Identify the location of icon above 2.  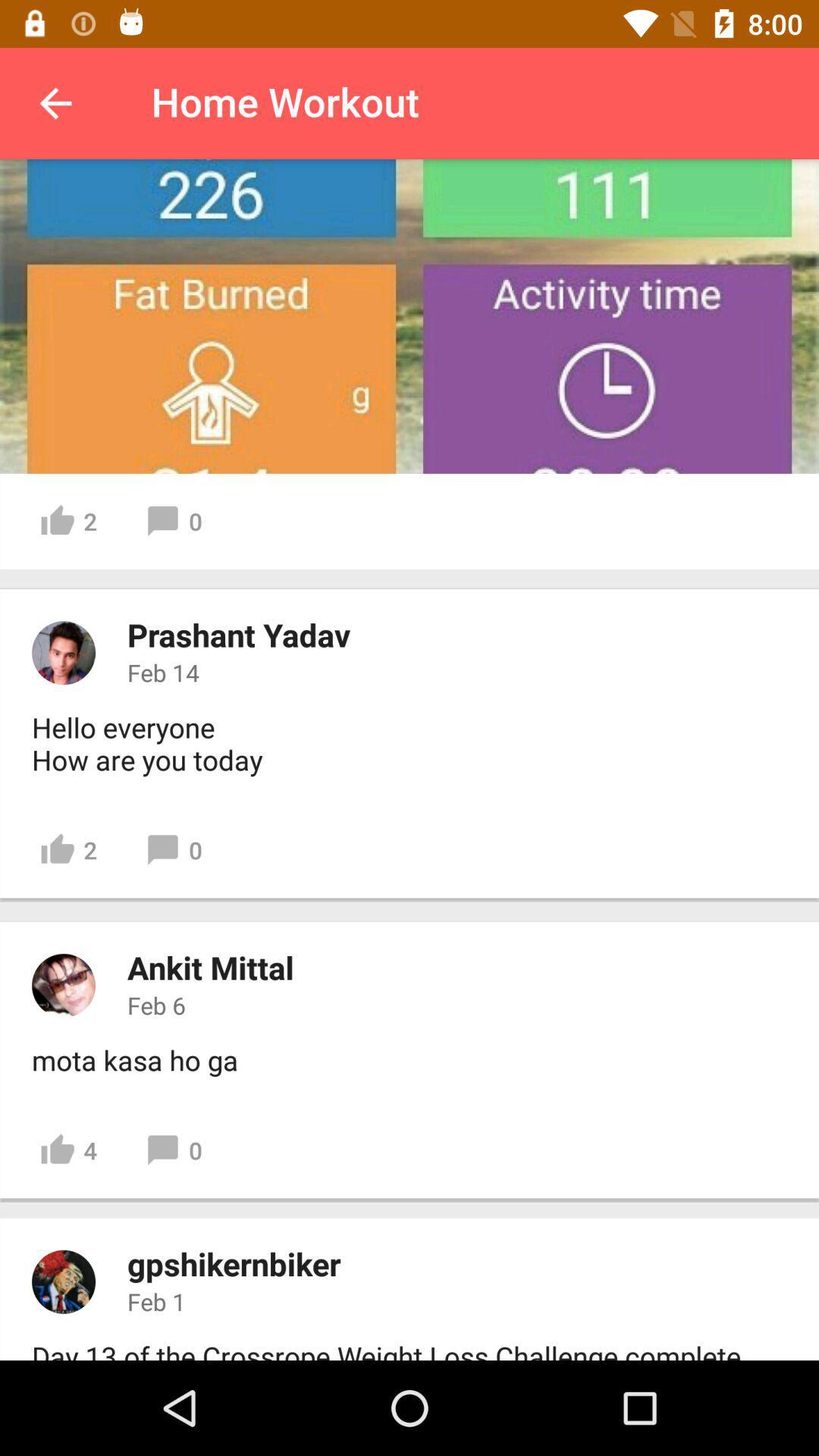
(147, 743).